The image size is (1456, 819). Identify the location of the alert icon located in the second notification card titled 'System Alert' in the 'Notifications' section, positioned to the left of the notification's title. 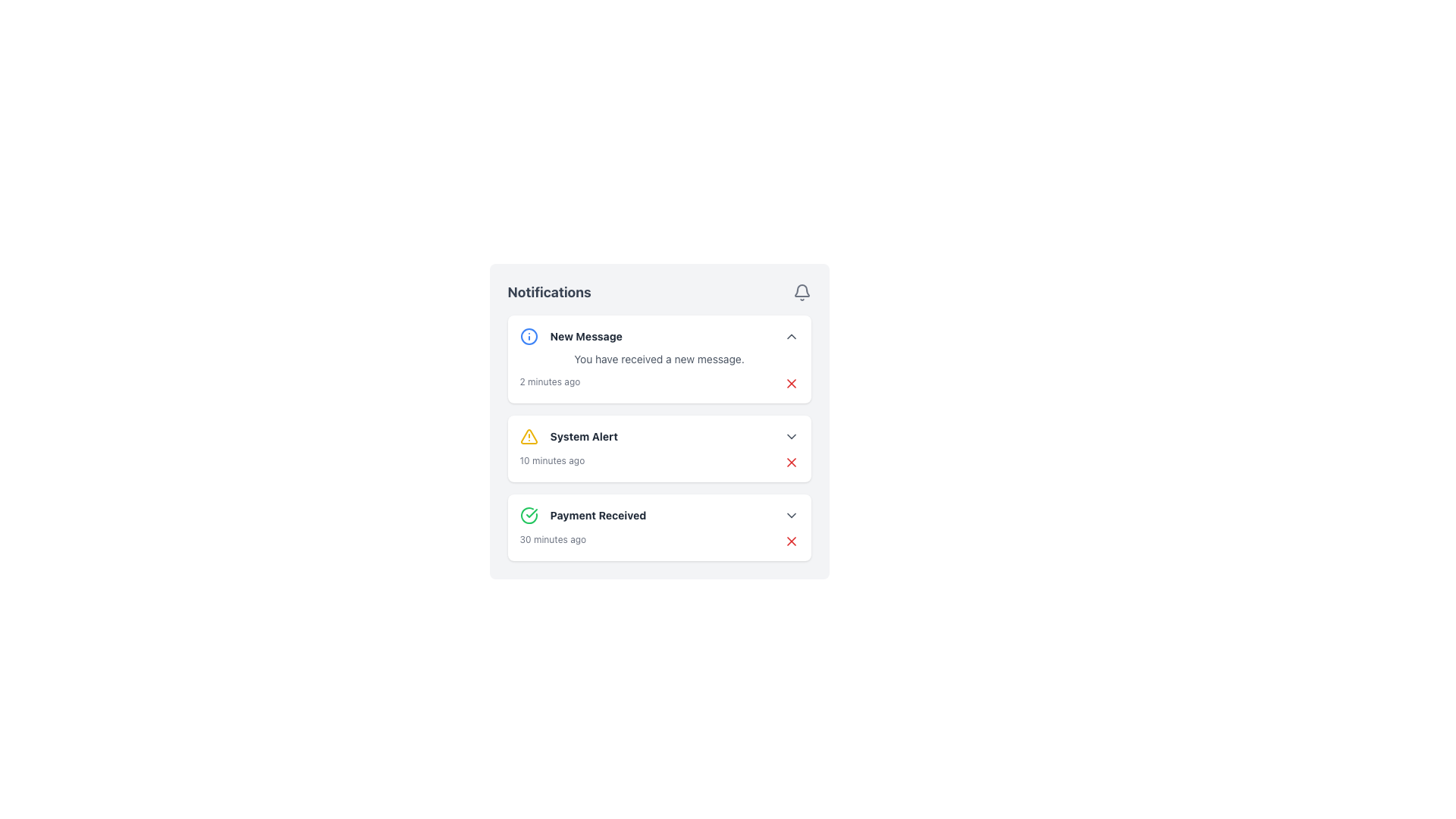
(529, 436).